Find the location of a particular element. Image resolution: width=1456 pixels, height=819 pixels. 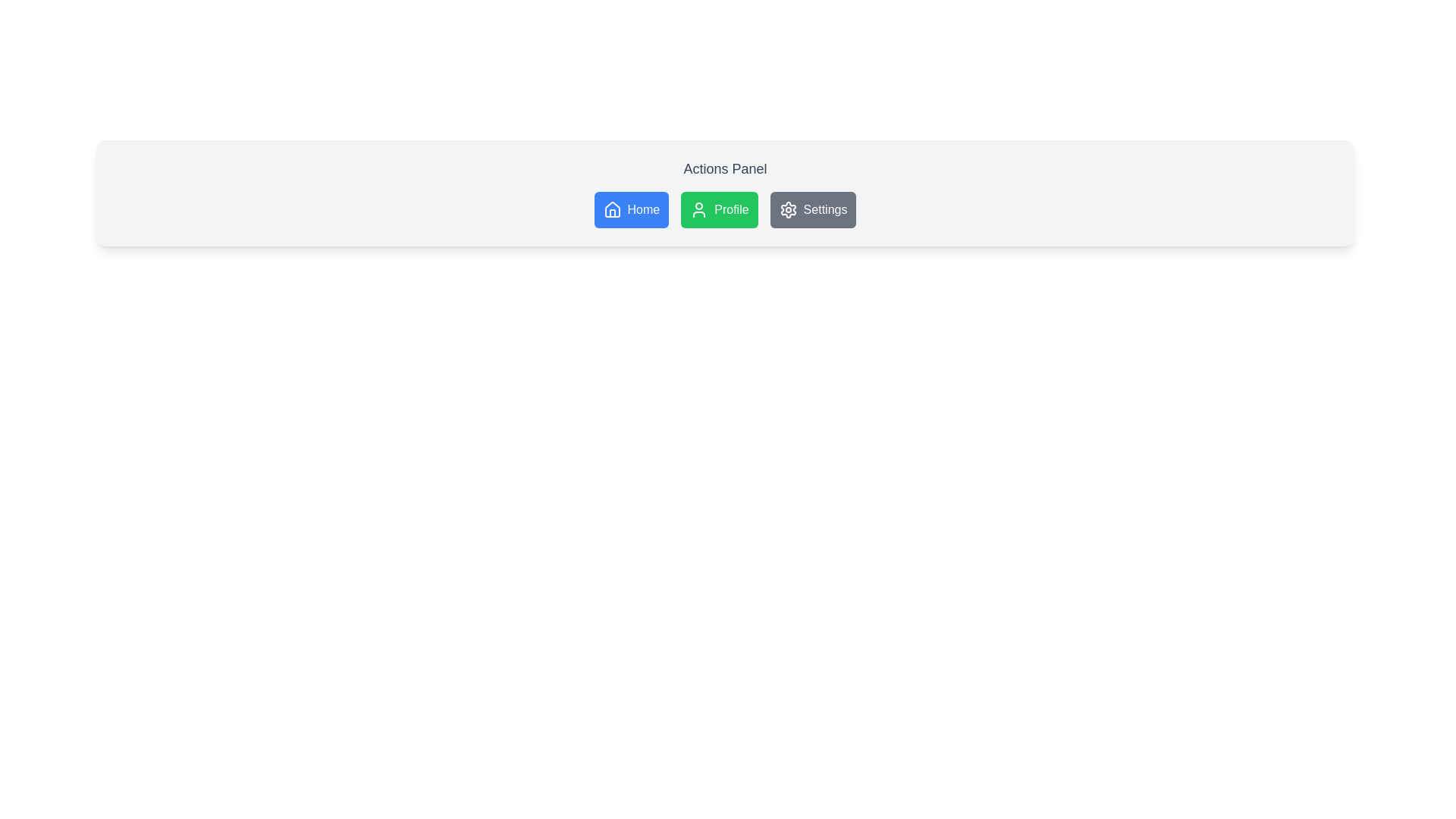

the second button in a horizontal row of three buttons is located at coordinates (718, 210).